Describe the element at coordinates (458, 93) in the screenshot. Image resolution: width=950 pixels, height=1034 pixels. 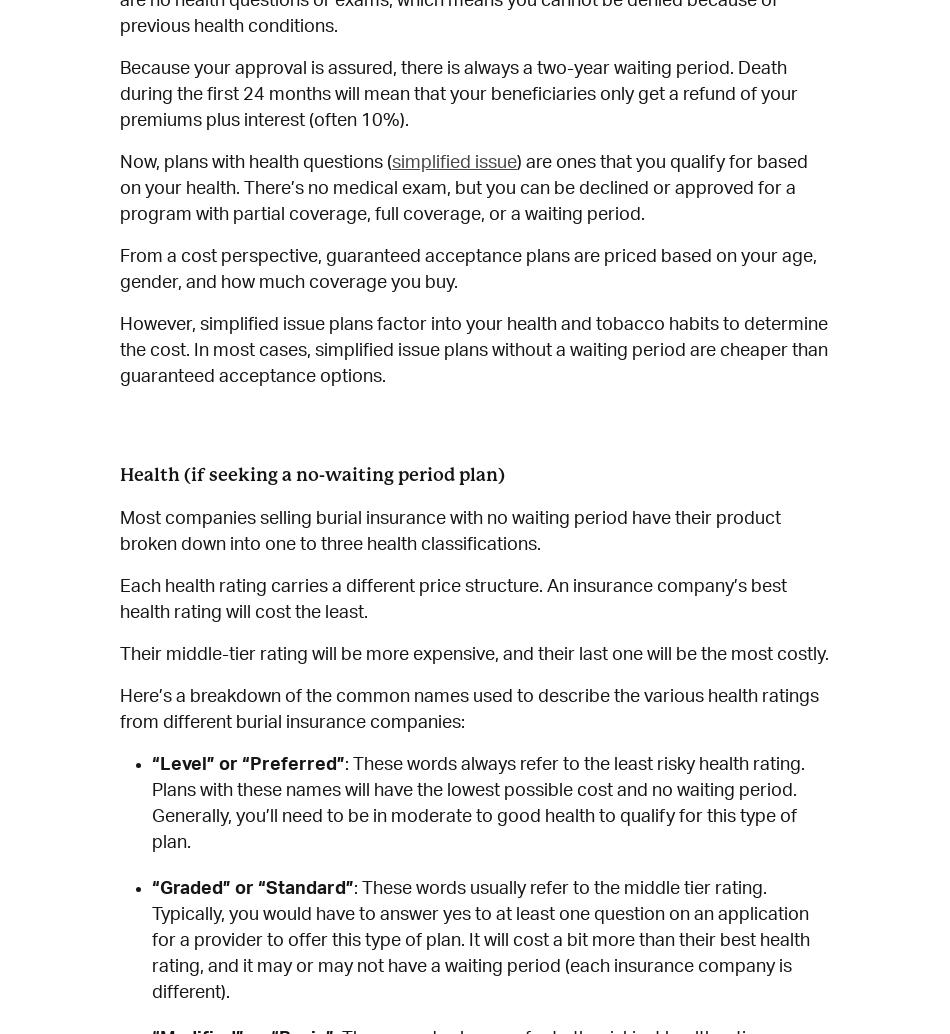
I see `'Because your approval is assured, there is always a two-year waiting period. Death during the first 24 months will mean that your beneficiaries only get a refund of your premiums plus interest (often 10%).'` at that location.